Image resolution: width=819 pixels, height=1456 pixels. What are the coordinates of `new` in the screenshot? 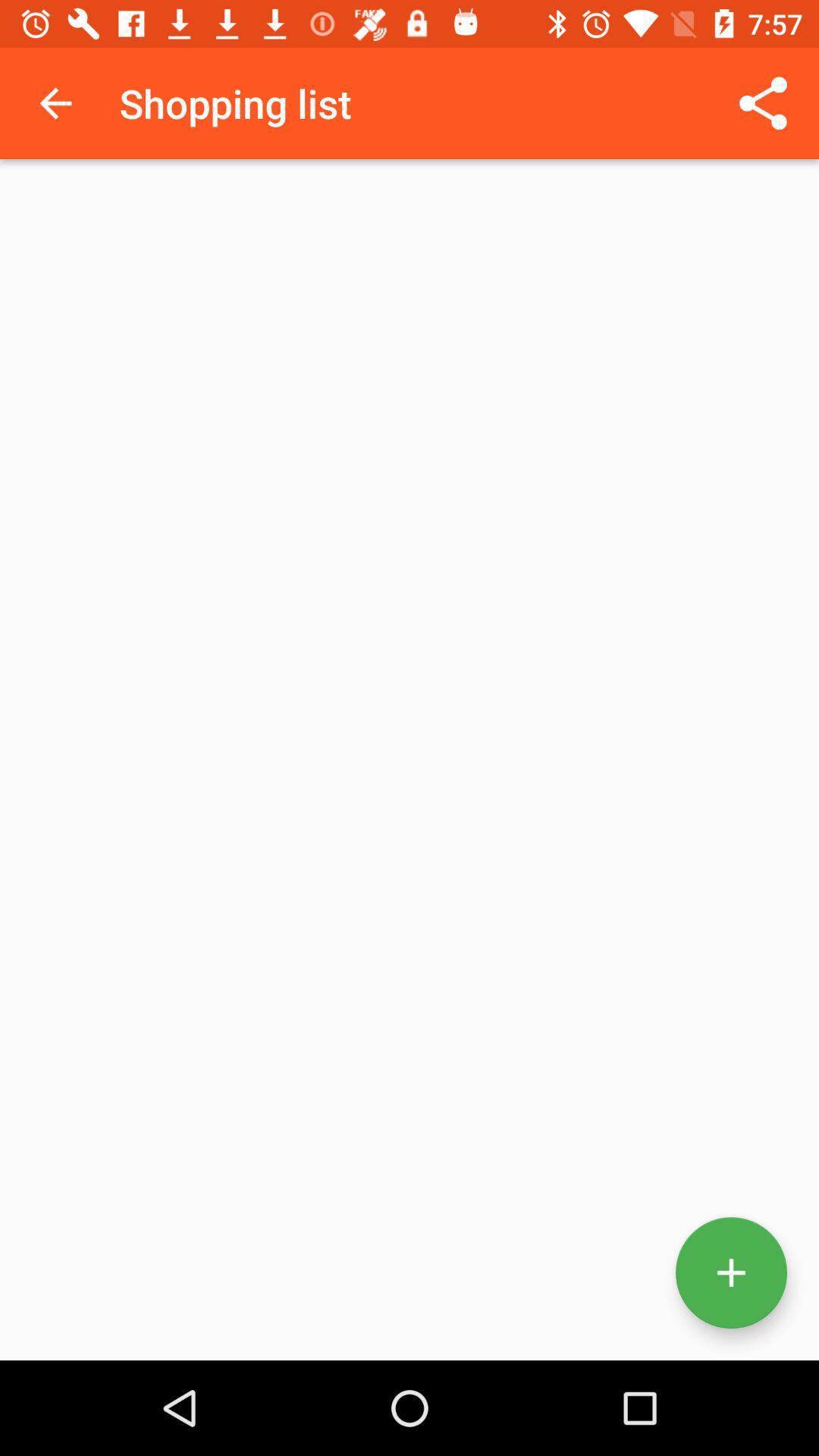 It's located at (730, 1272).